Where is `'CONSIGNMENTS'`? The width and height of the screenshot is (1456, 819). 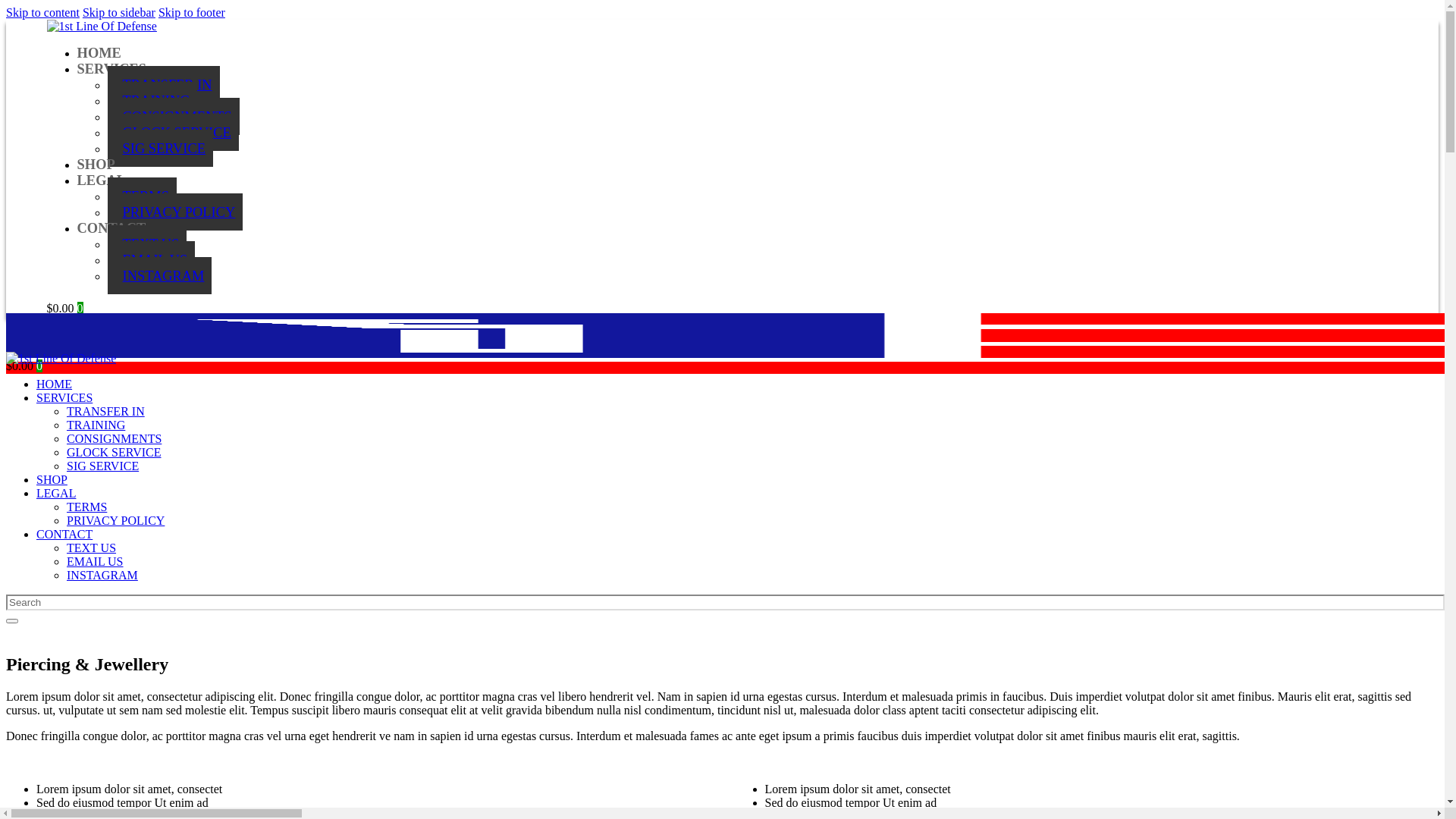 'CONSIGNMENTS' is located at coordinates (65, 438).